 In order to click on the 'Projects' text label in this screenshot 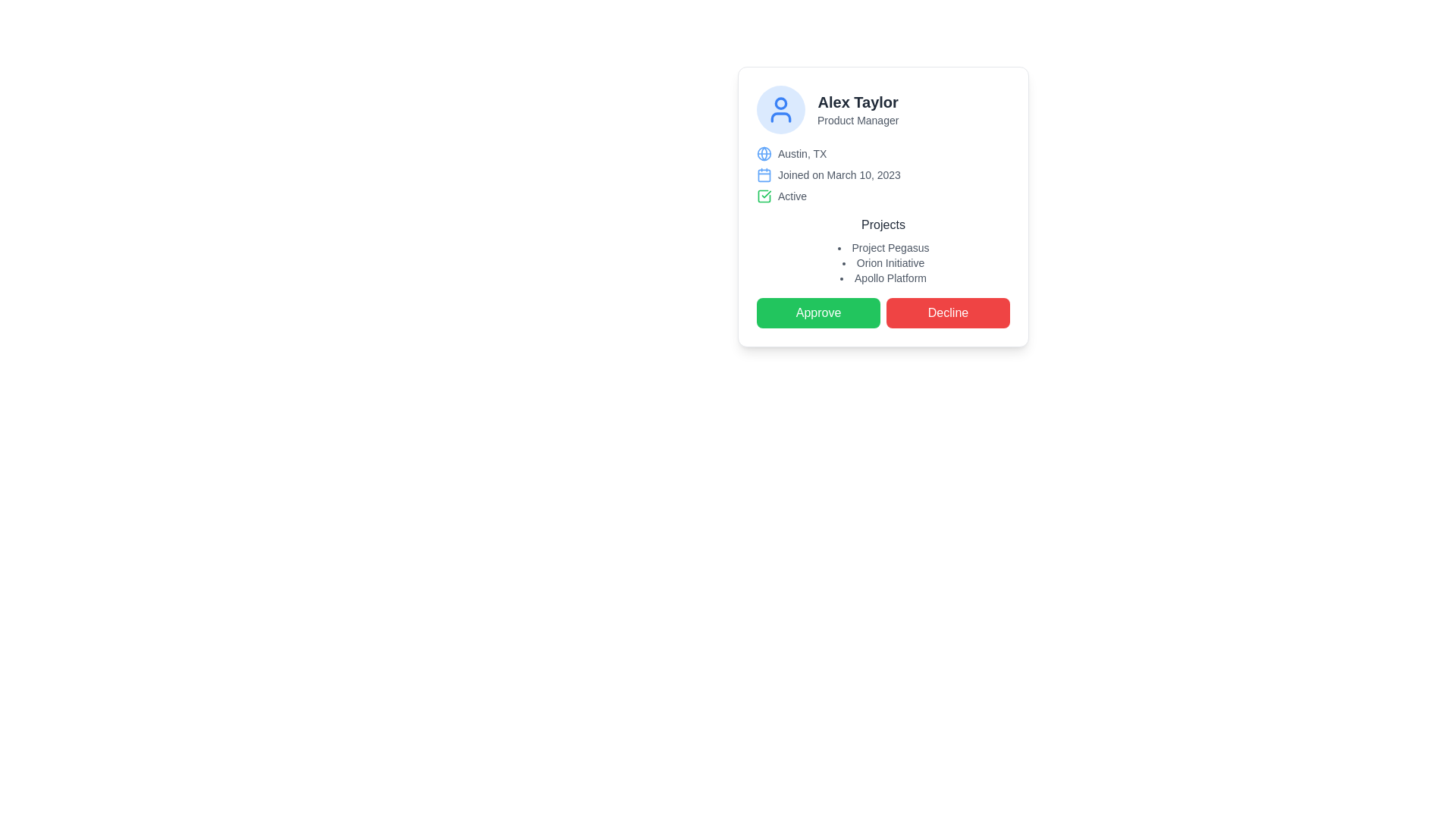, I will do `click(883, 225)`.